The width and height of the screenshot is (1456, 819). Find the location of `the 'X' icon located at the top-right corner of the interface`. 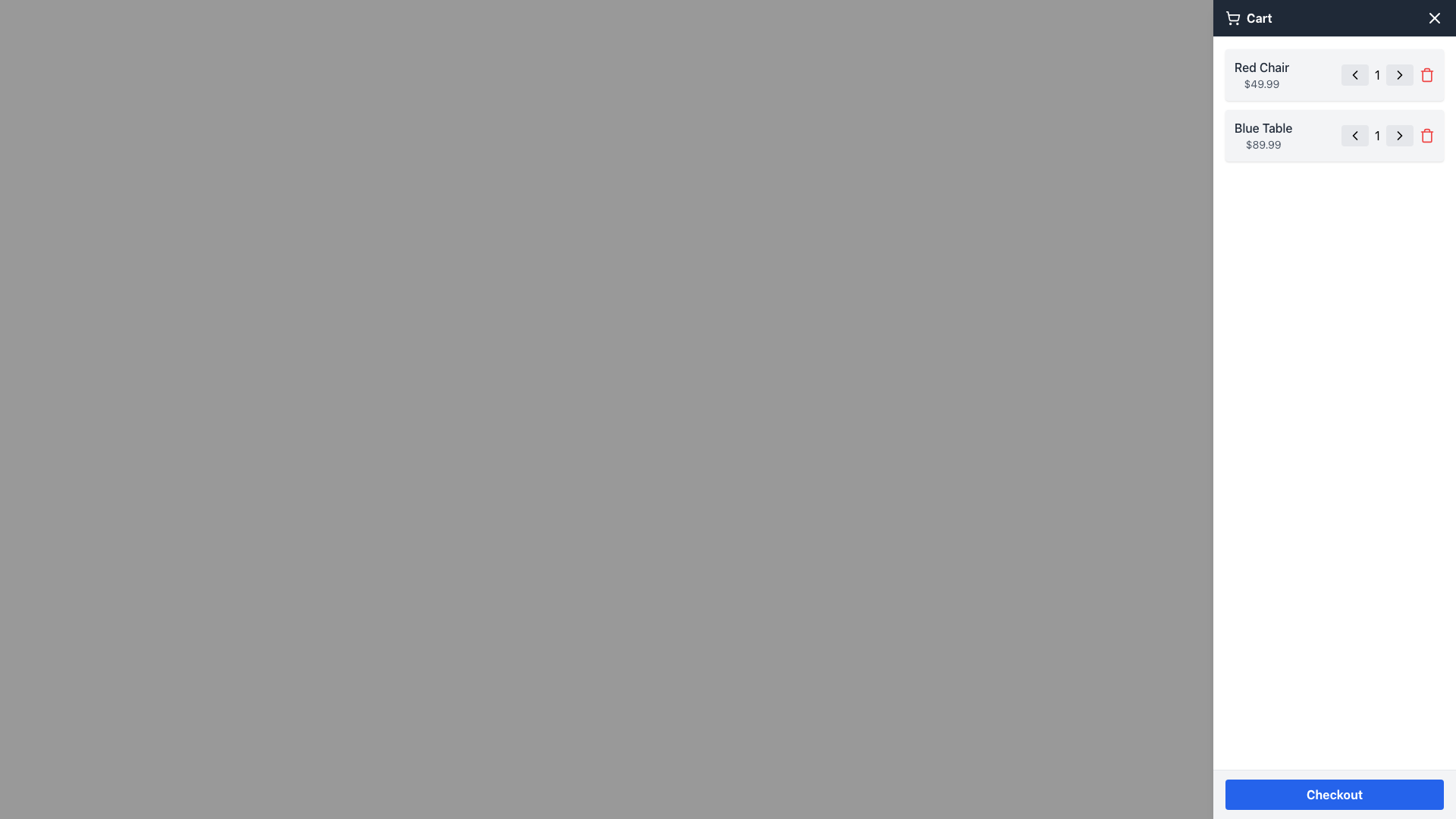

the 'X' icon located at the top-right corner of the interface is located at coordinates (1433, 17).